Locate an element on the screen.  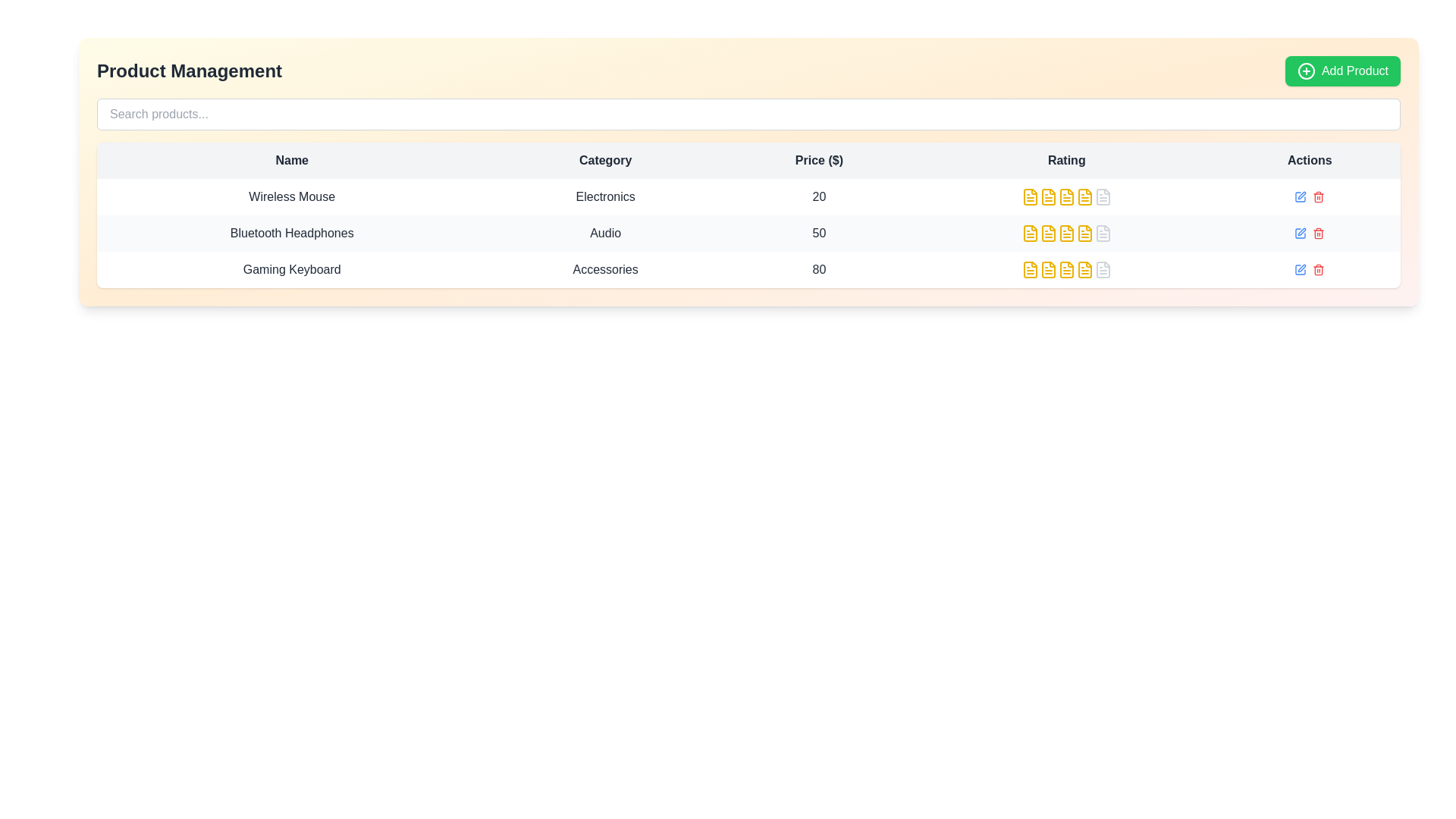
the document icon representing the rating for 'Wireless Mouse' in the product list table is located at coordinates (1103, 196).